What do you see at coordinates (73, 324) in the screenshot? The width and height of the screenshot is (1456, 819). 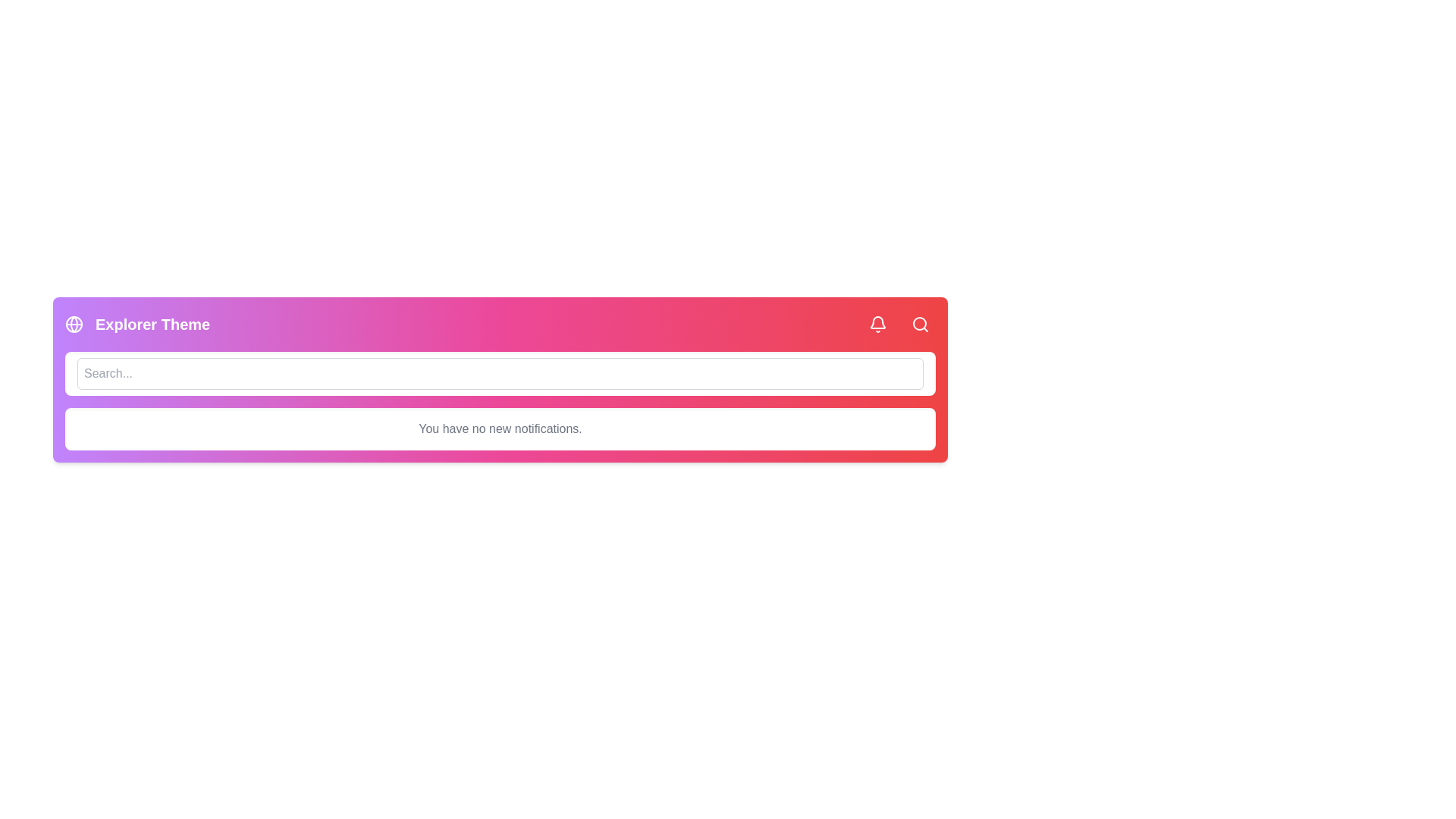 I see `the decorative globe icon element located in the top-left corner of the header bar` at bounding box center [73, 324].